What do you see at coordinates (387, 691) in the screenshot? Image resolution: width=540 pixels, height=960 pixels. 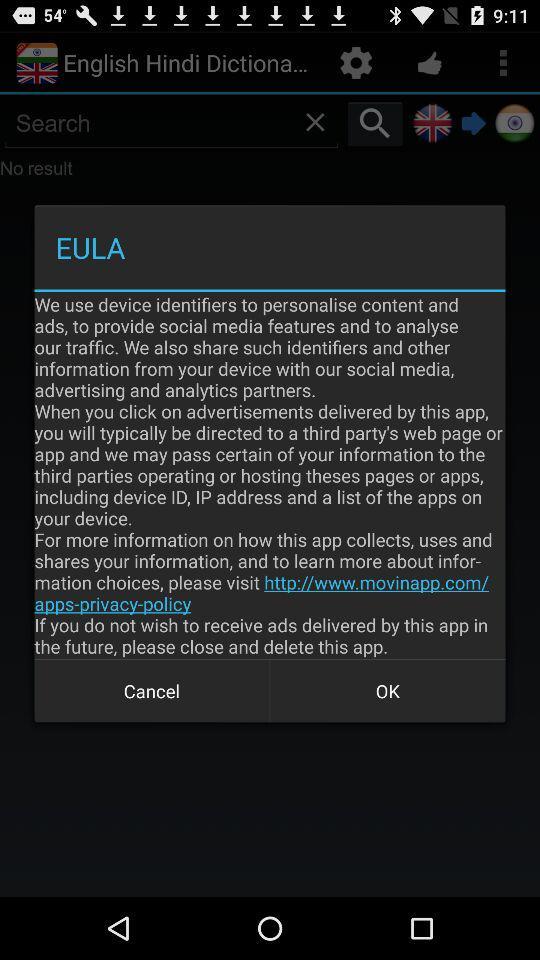 I see `ok icon` at bounding box center [387, 691].